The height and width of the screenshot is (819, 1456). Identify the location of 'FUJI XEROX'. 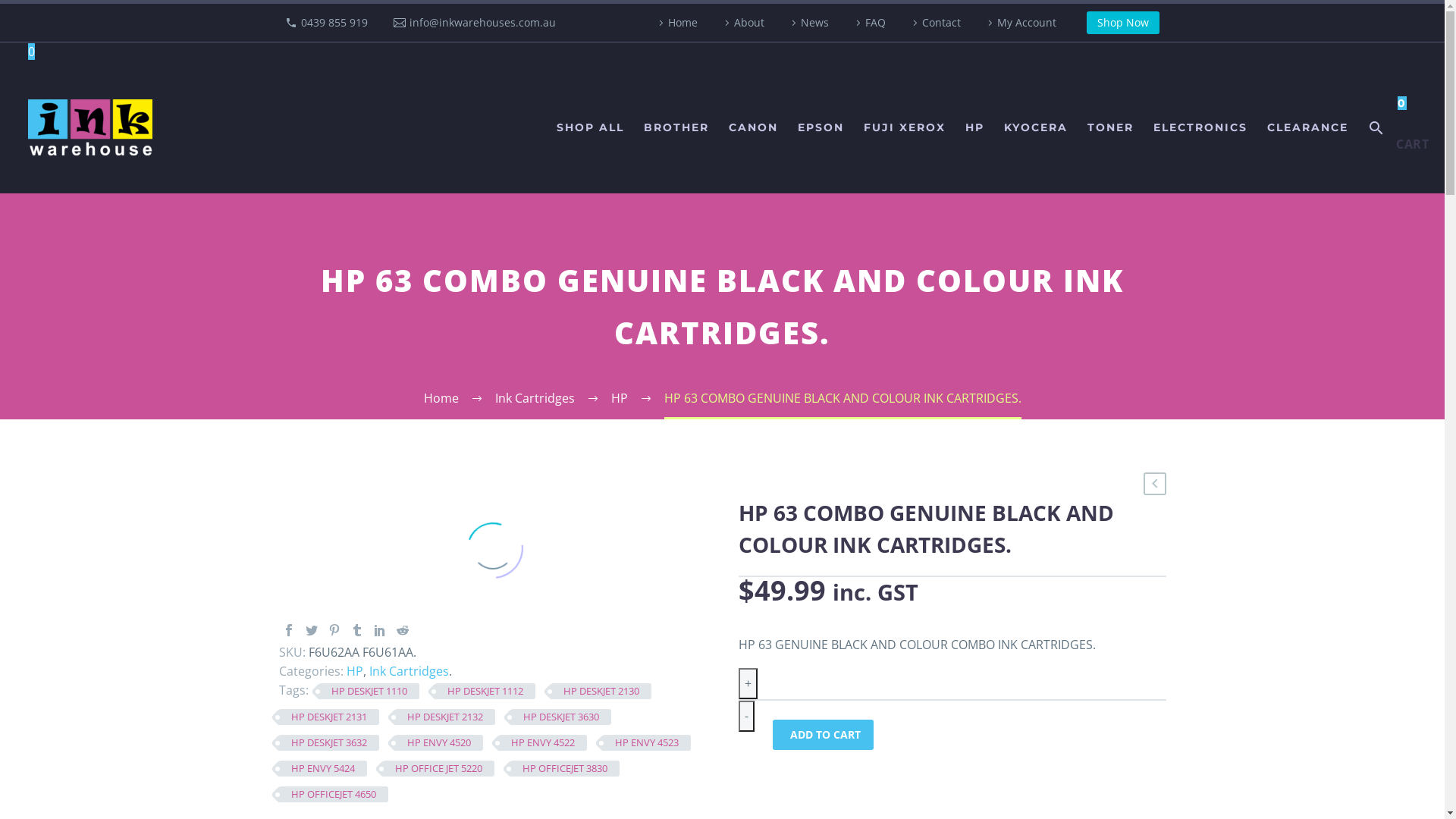
(905, 127).